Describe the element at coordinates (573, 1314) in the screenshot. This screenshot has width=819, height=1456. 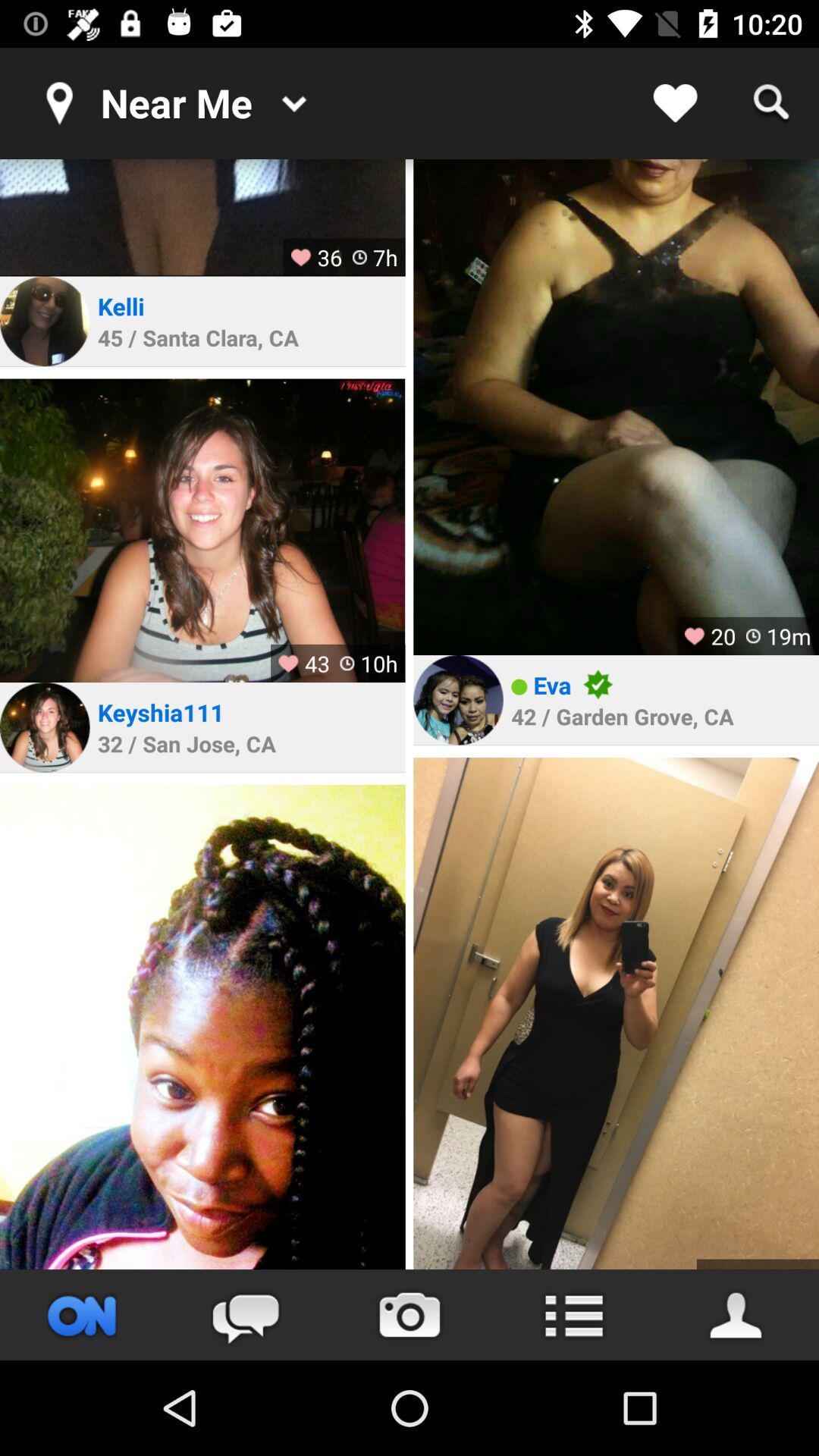
I see `list format` at that location.